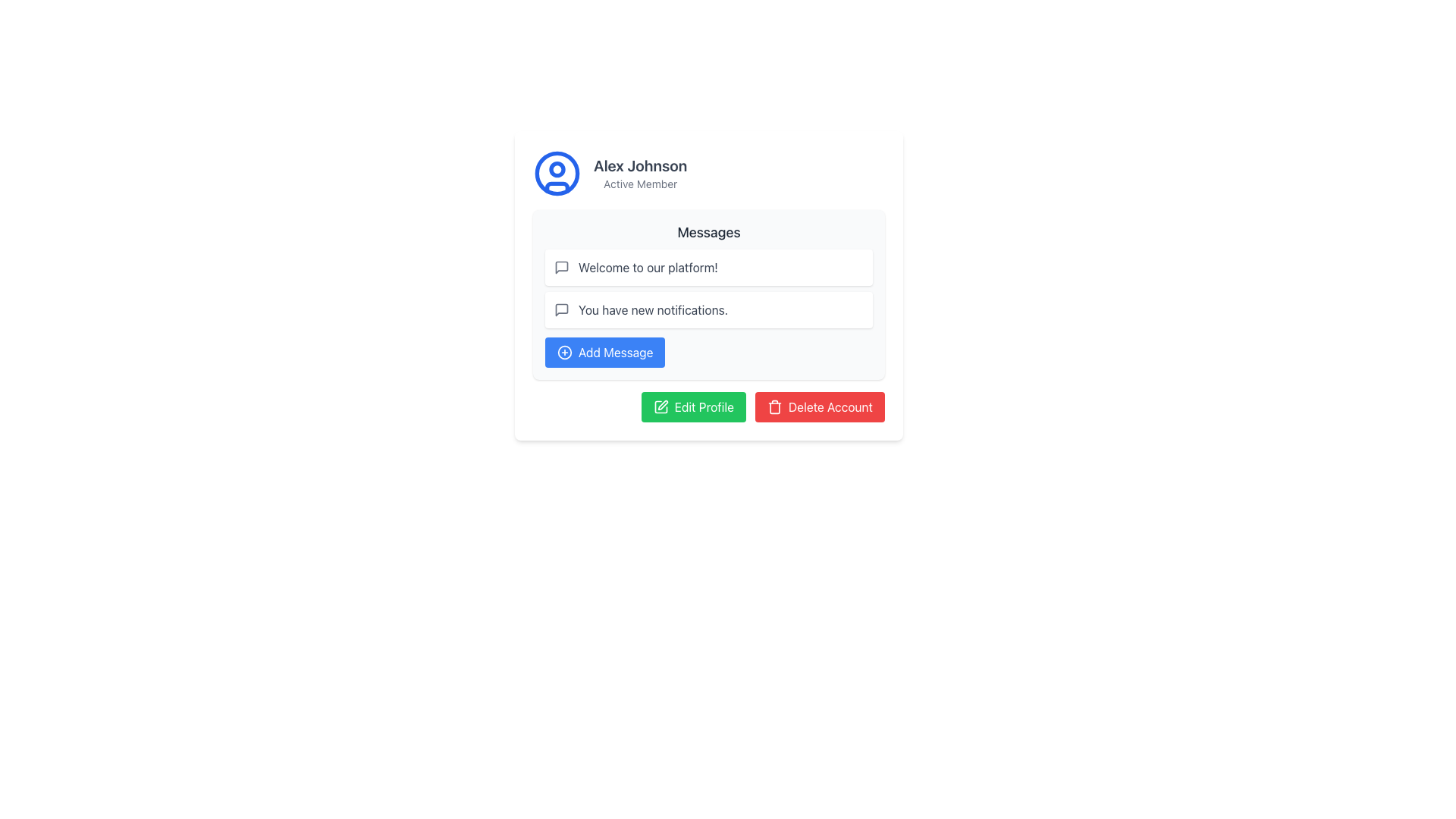  I want to click on the second notification card in the 'Messages' section, which contains the text 'You have new notifications.' and a speech bubble icon, so click(708, 309).